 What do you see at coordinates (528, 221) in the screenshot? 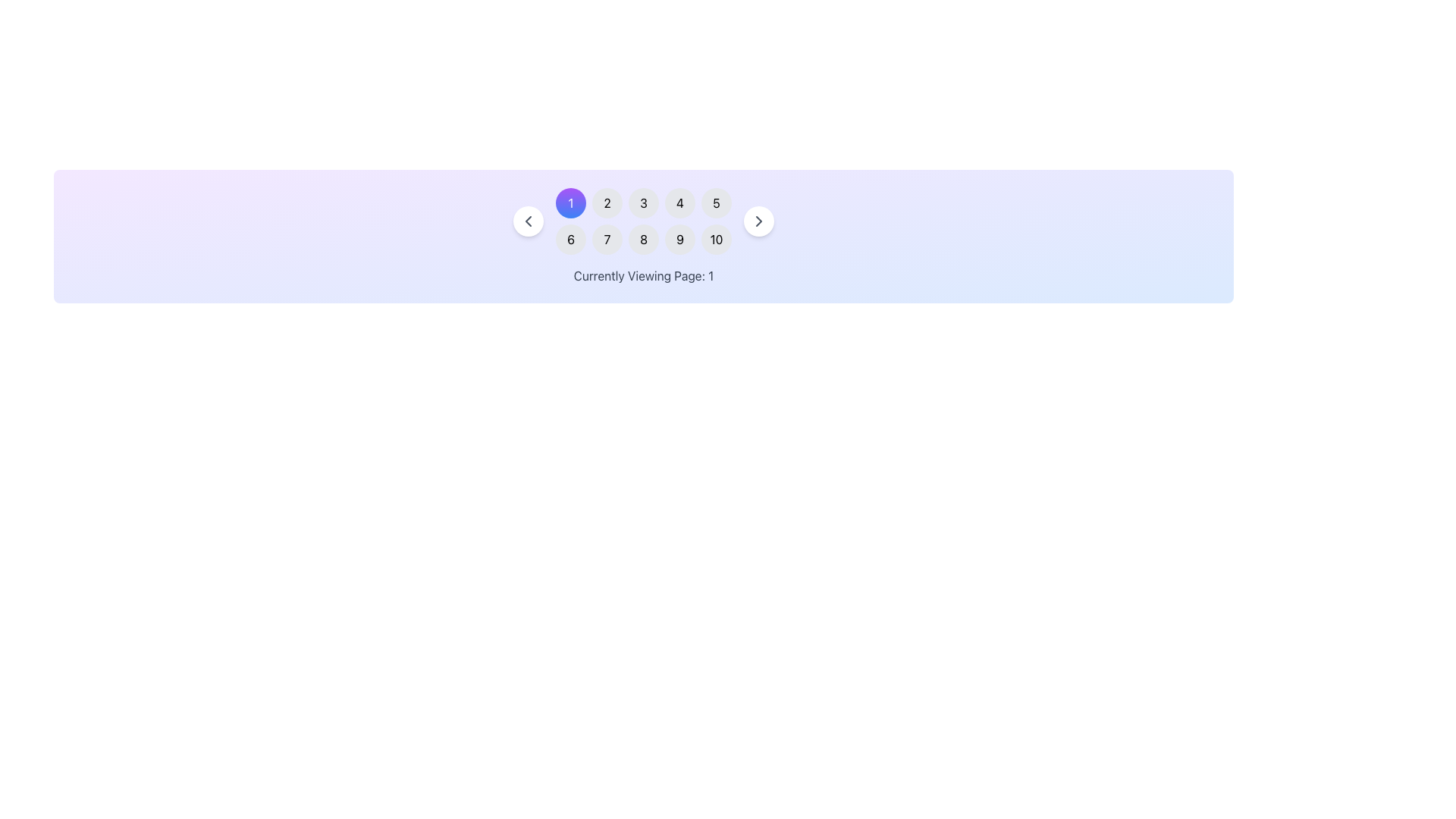
I see `the leftward-pointing chevron icon in the pagination bar` at bounding box center [528, 221].